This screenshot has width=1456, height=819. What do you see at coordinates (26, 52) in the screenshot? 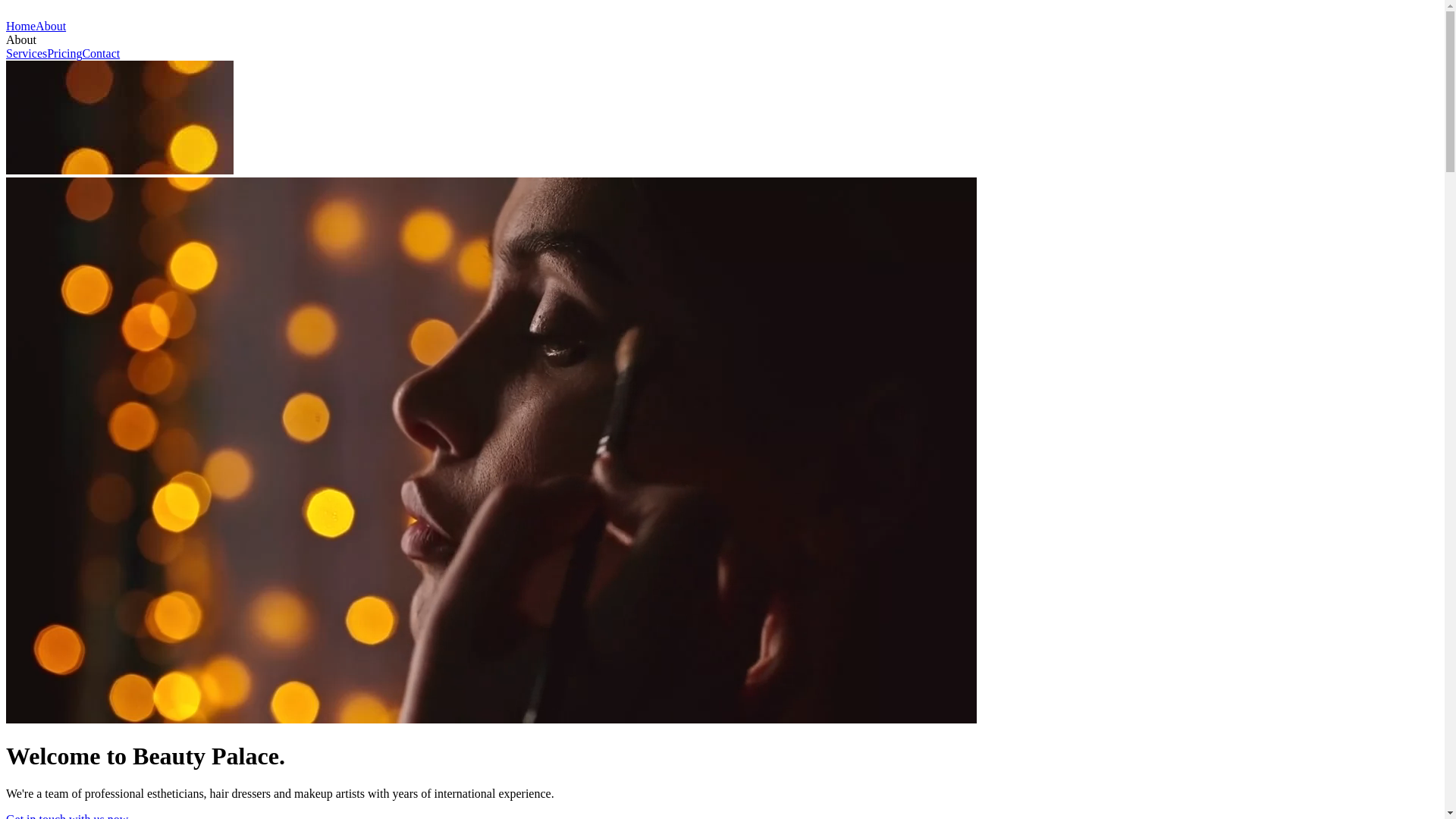
I see `'Services'` at bounding box center [26, 52].